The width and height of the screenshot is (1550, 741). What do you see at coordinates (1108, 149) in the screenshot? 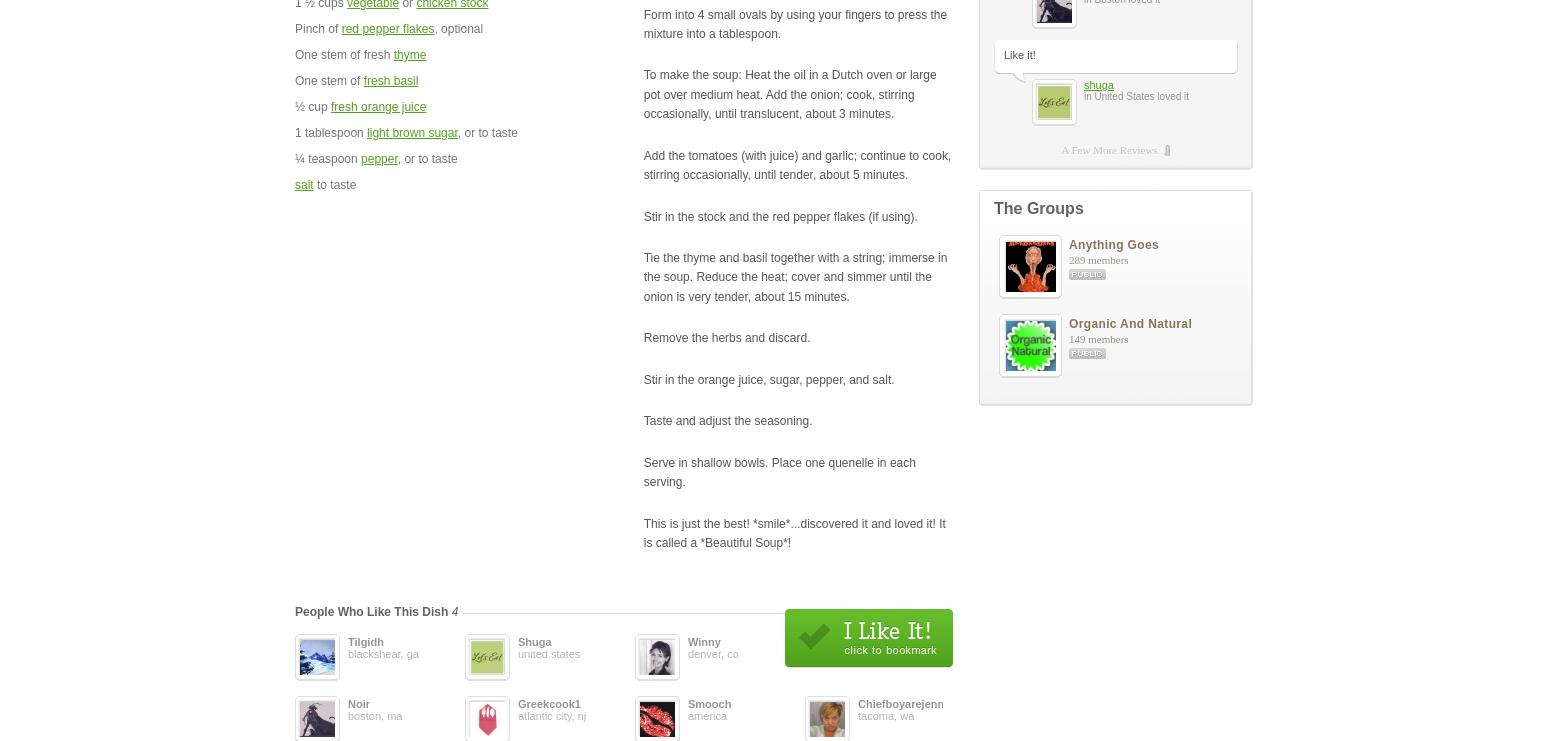
I see `'A Few More Reviews'` at bounding box center [1108, 149].